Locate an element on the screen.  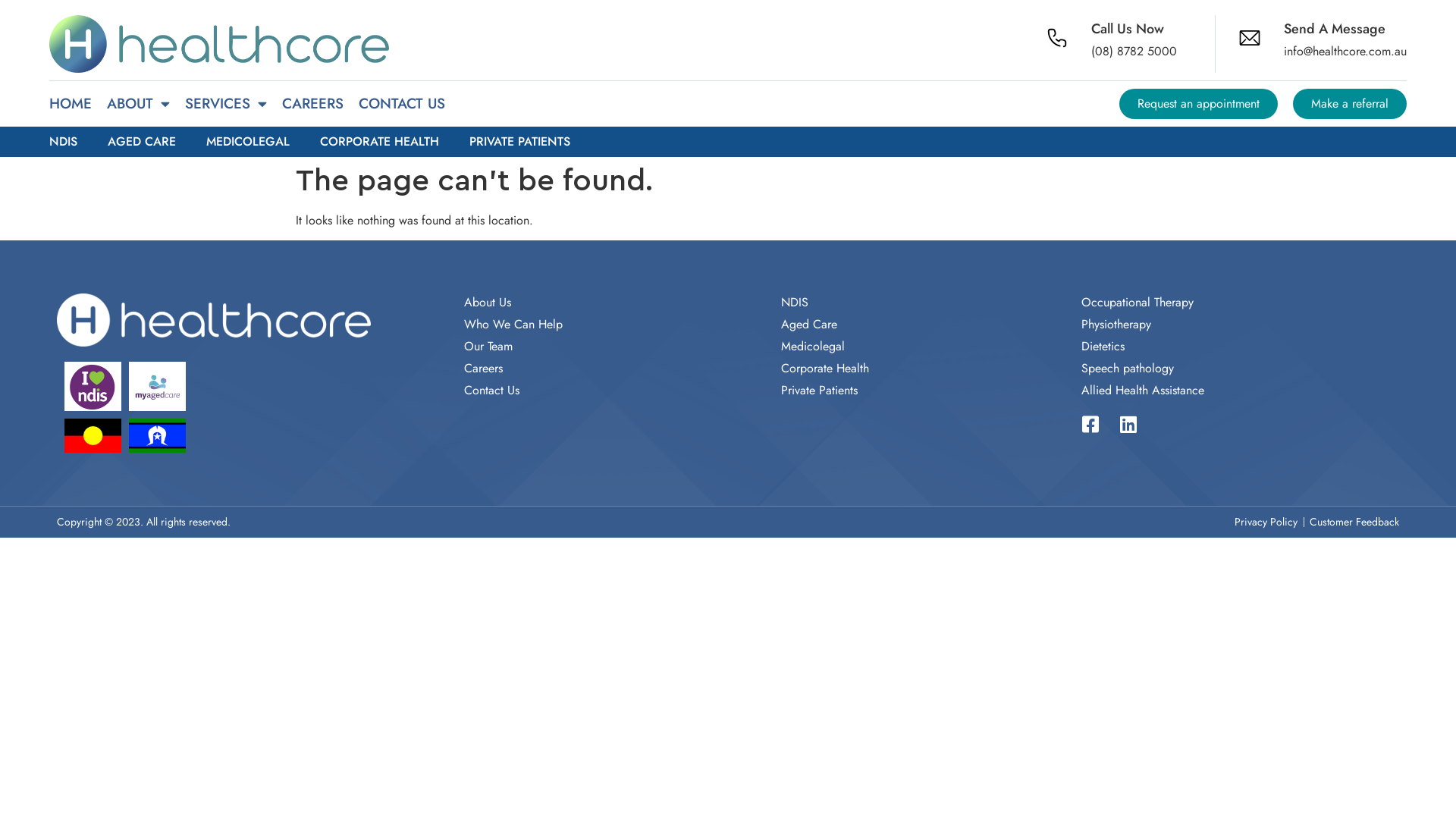
'Call Us Now' is located at coordinates (1128, 29).